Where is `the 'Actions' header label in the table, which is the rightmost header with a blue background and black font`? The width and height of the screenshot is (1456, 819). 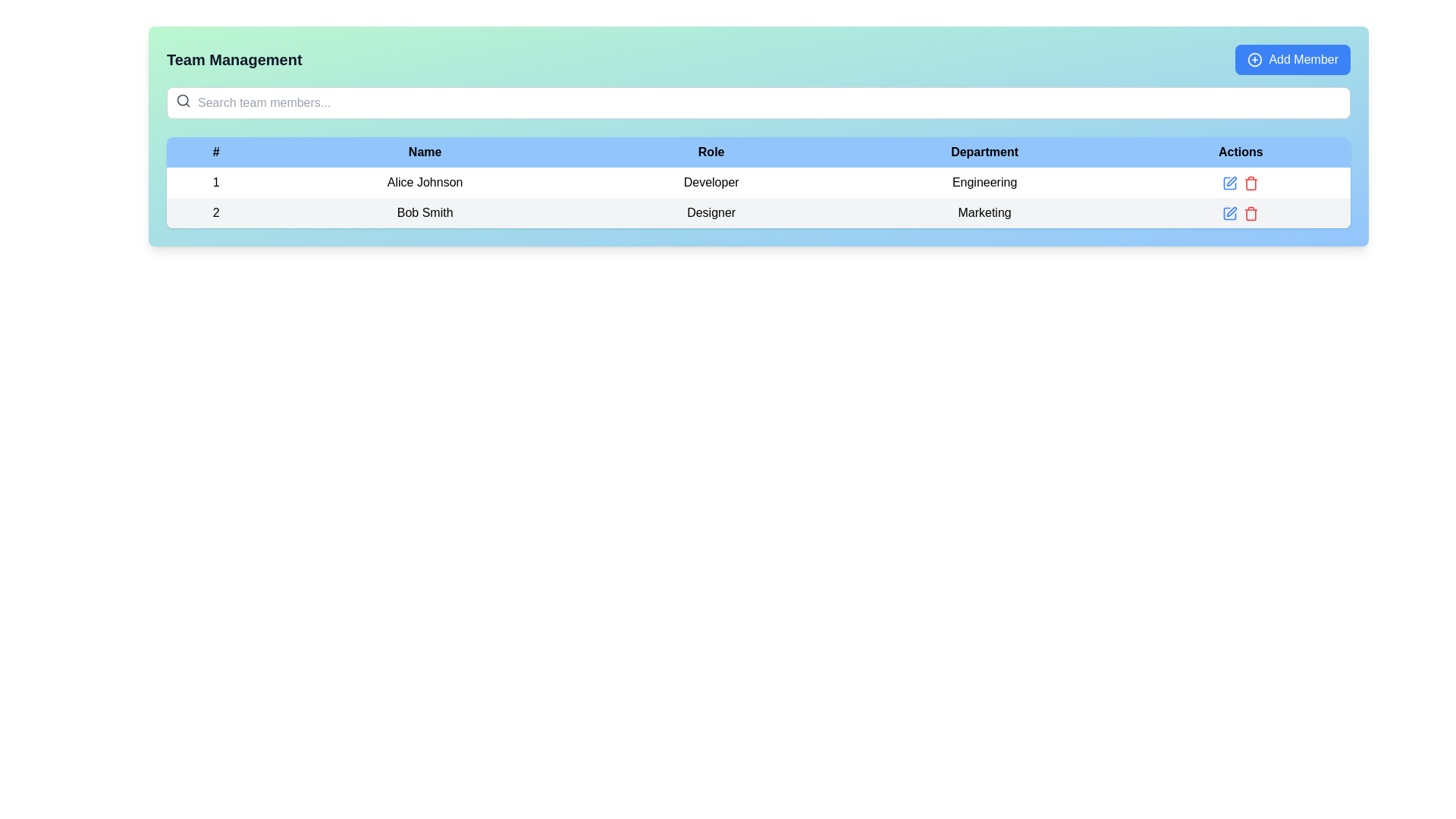 the 'Actions' header label in the table, which is the rightmost header with a blue background and black font is located at coordinates (1241, 152).